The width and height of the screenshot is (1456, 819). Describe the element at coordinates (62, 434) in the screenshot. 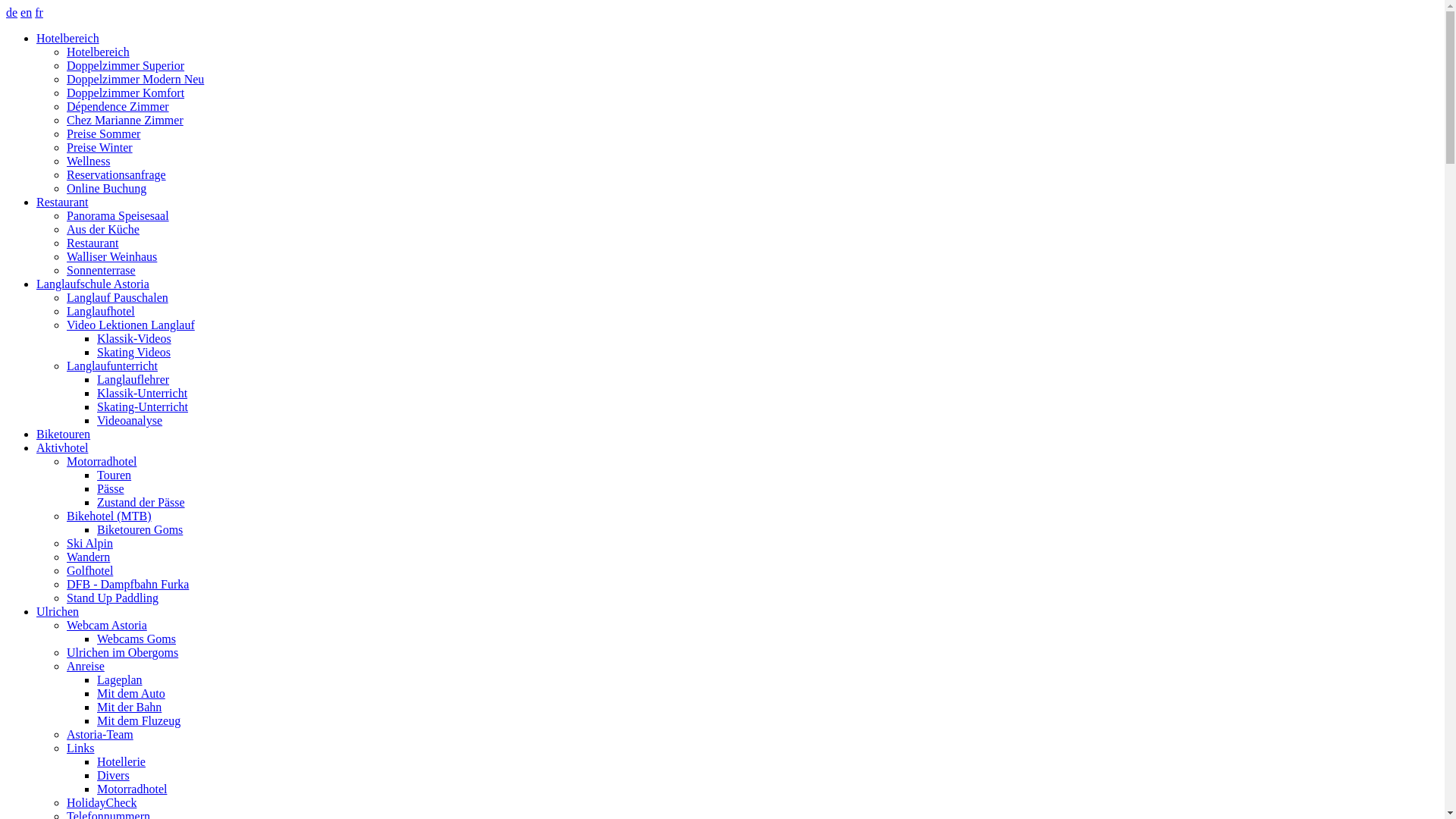

I see `'Biketouren'` at that location.